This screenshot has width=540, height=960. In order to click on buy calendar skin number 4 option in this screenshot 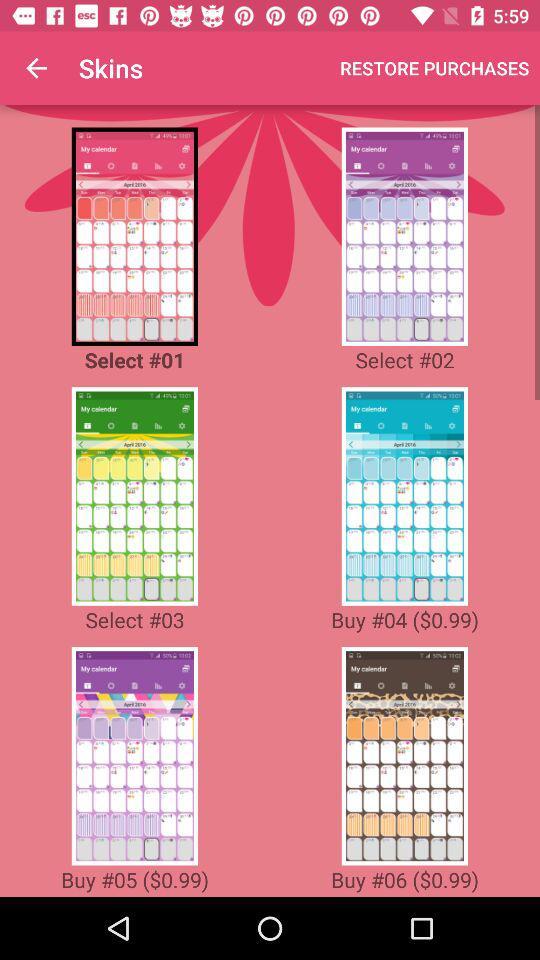, I will do `click(404, 495)`.